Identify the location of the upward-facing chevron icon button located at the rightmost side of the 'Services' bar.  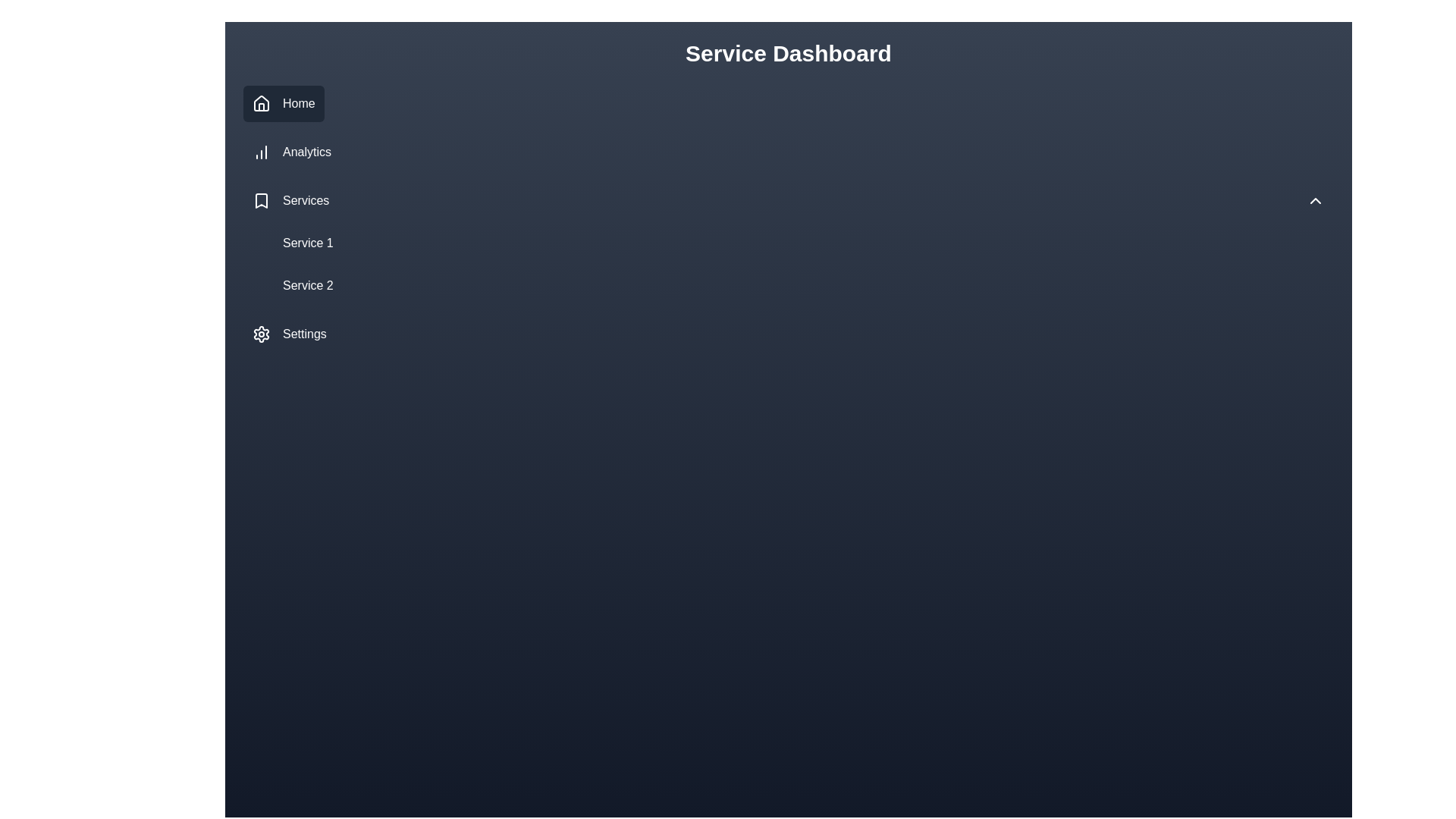
(1314, 200).